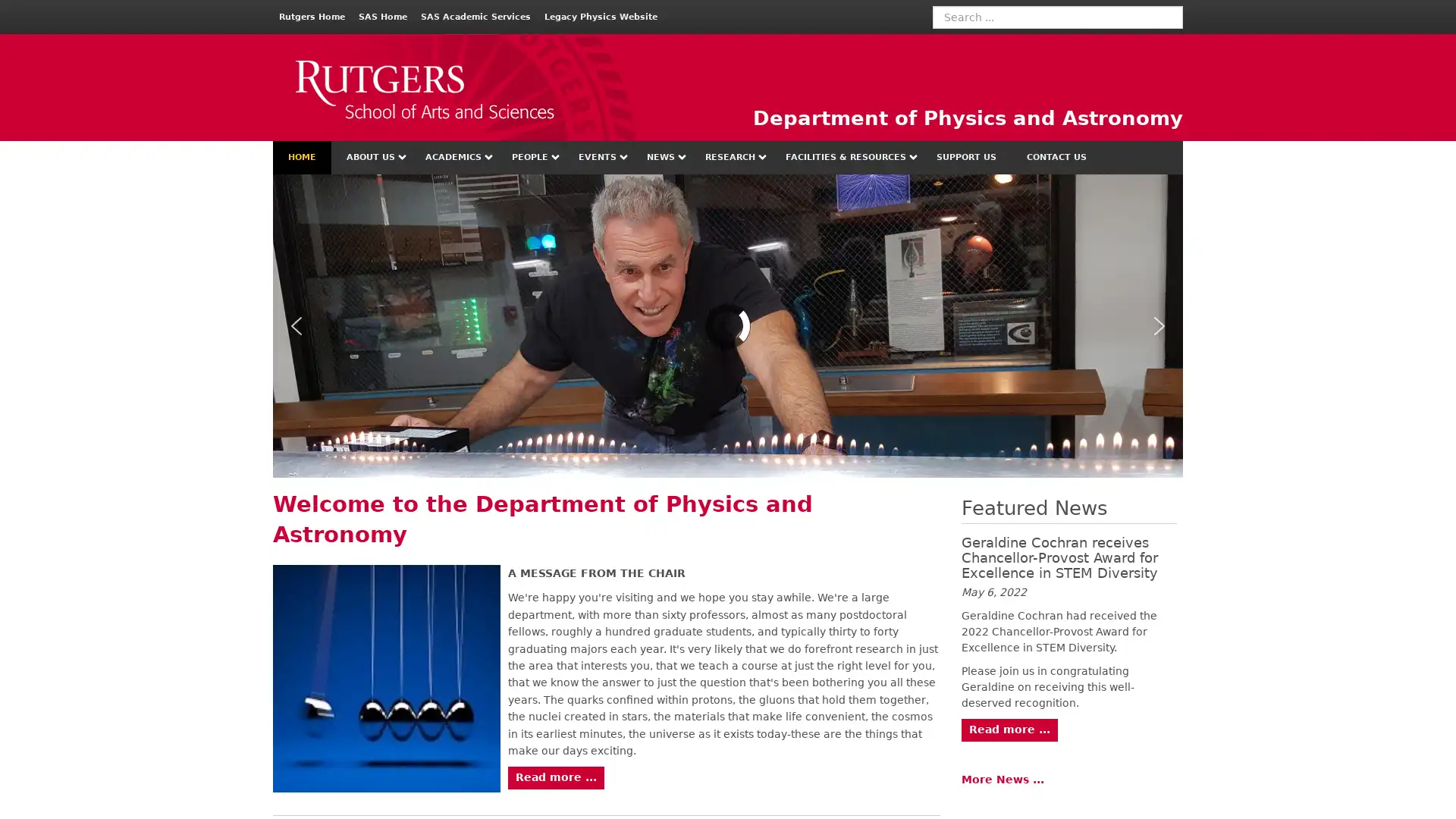  What do you see at coordinates (1159, 325) in the screenshot?
I see `next arrow` at bounding box center [1159, 325].